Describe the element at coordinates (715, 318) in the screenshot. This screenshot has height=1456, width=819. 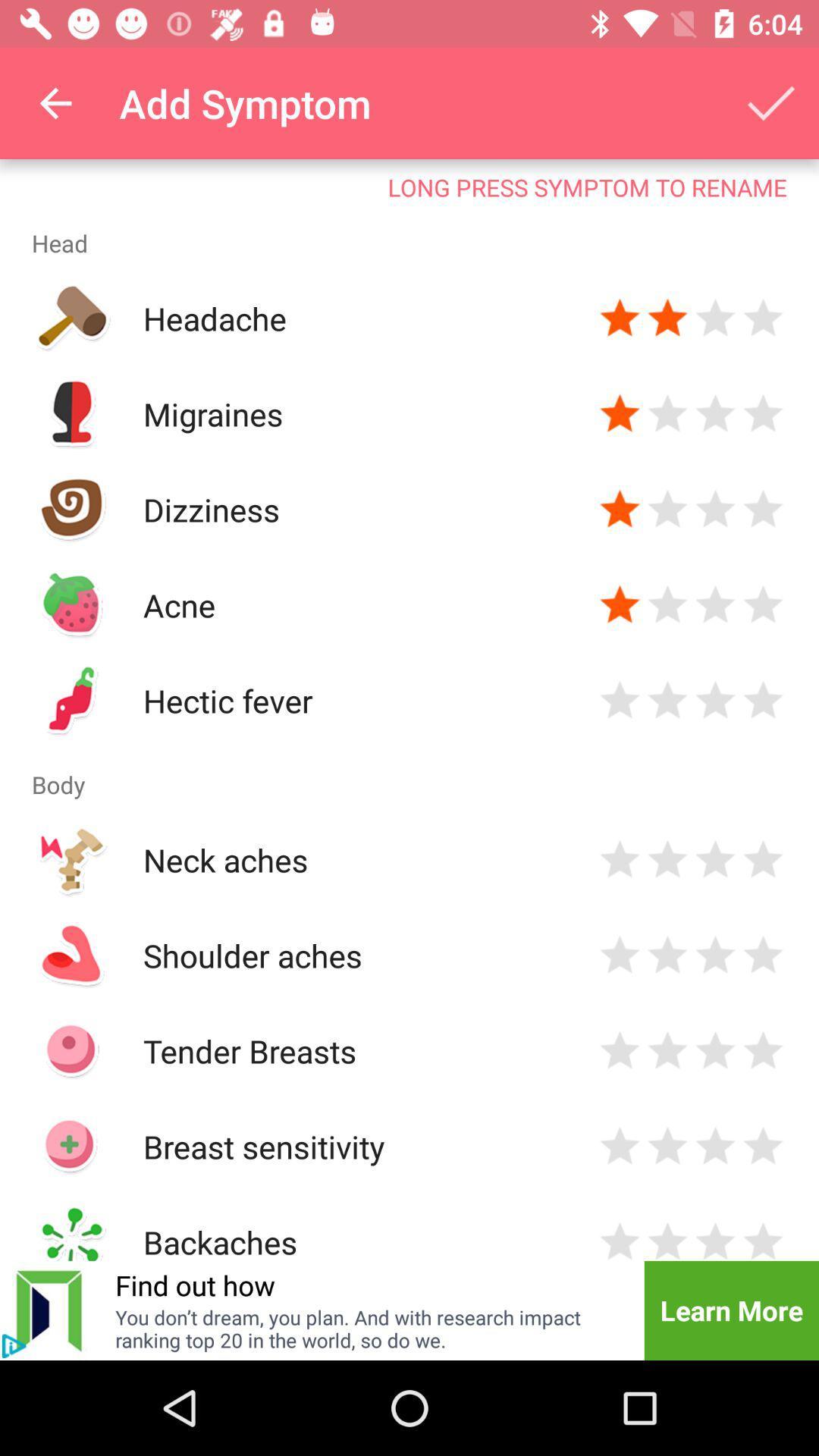
I see `three star rating` at that location.